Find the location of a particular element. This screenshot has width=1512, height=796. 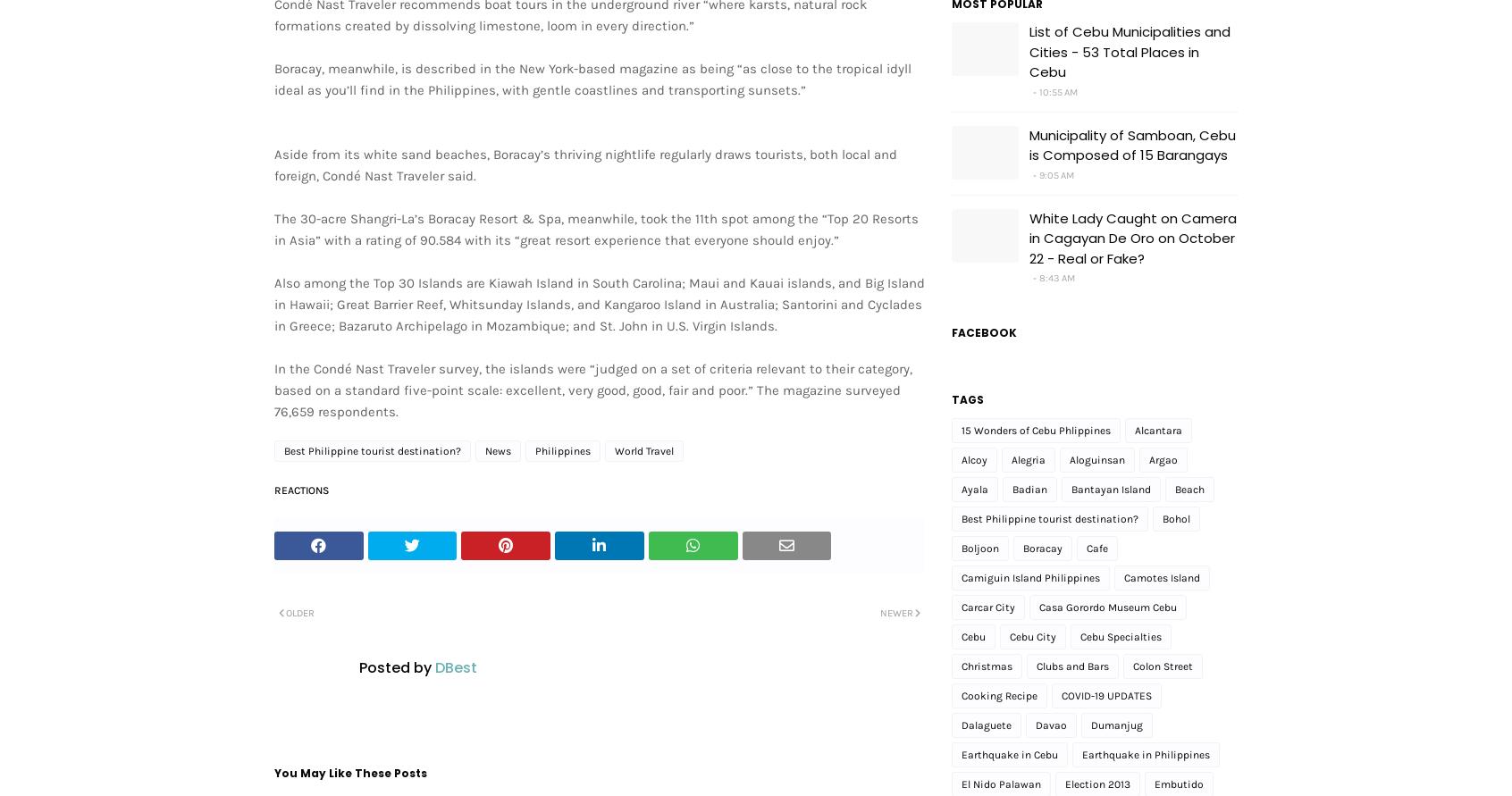

'Reactions' is located at coordinates (300, 490).